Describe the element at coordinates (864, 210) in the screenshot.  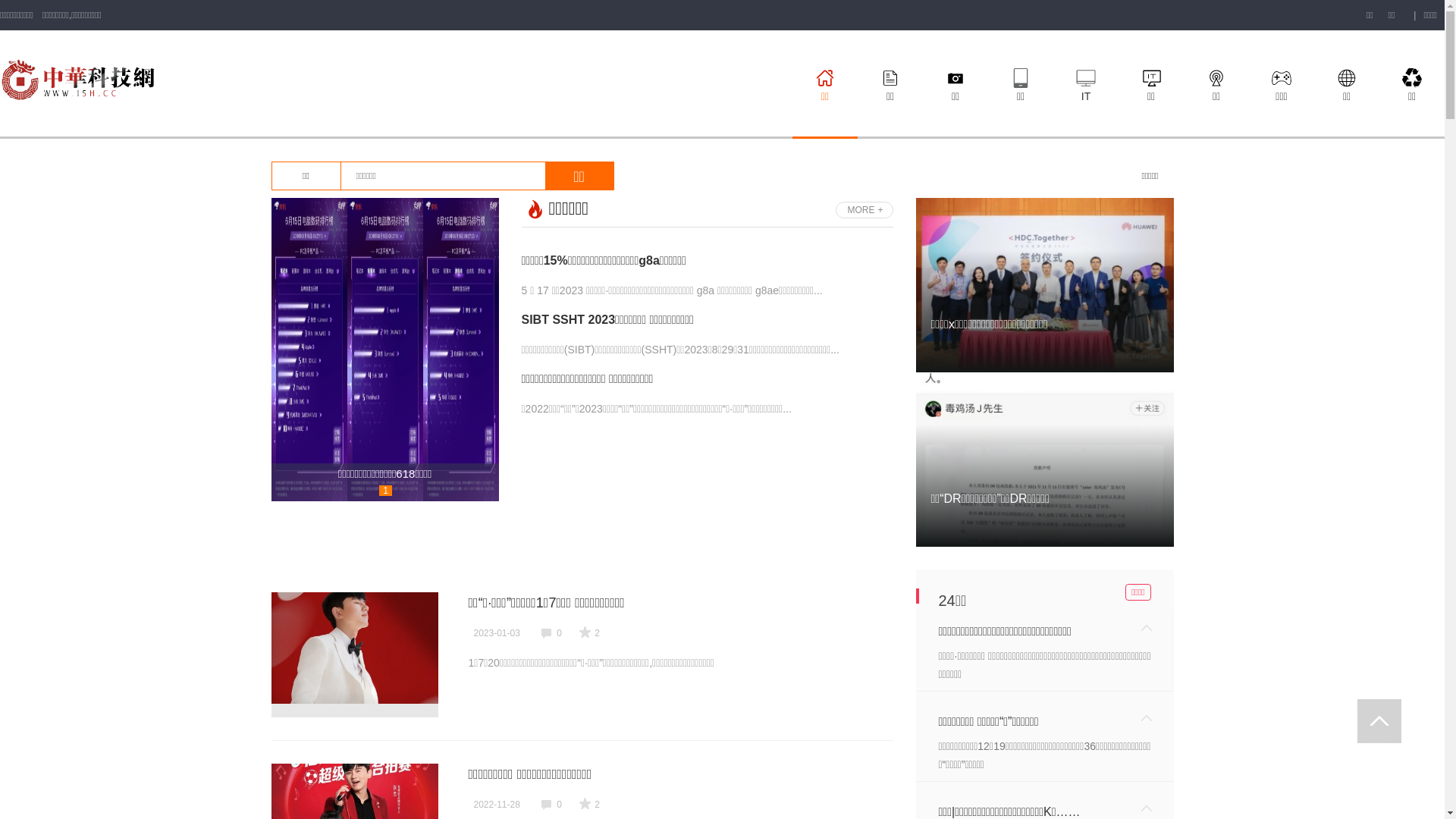
I see `'MORE'` at that location.